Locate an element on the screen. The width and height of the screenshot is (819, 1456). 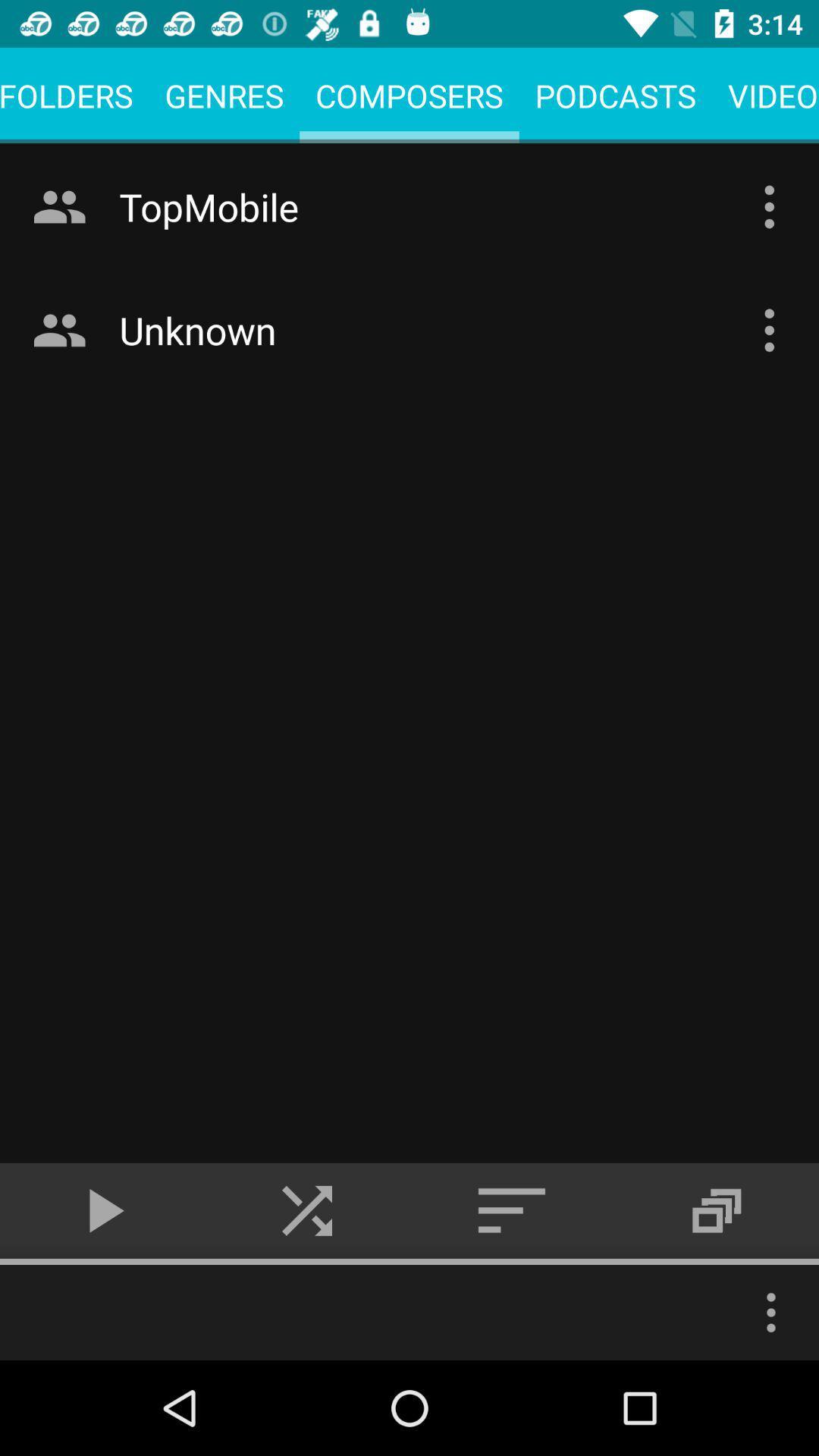
the play icon is located at coordinates (102, 1210).